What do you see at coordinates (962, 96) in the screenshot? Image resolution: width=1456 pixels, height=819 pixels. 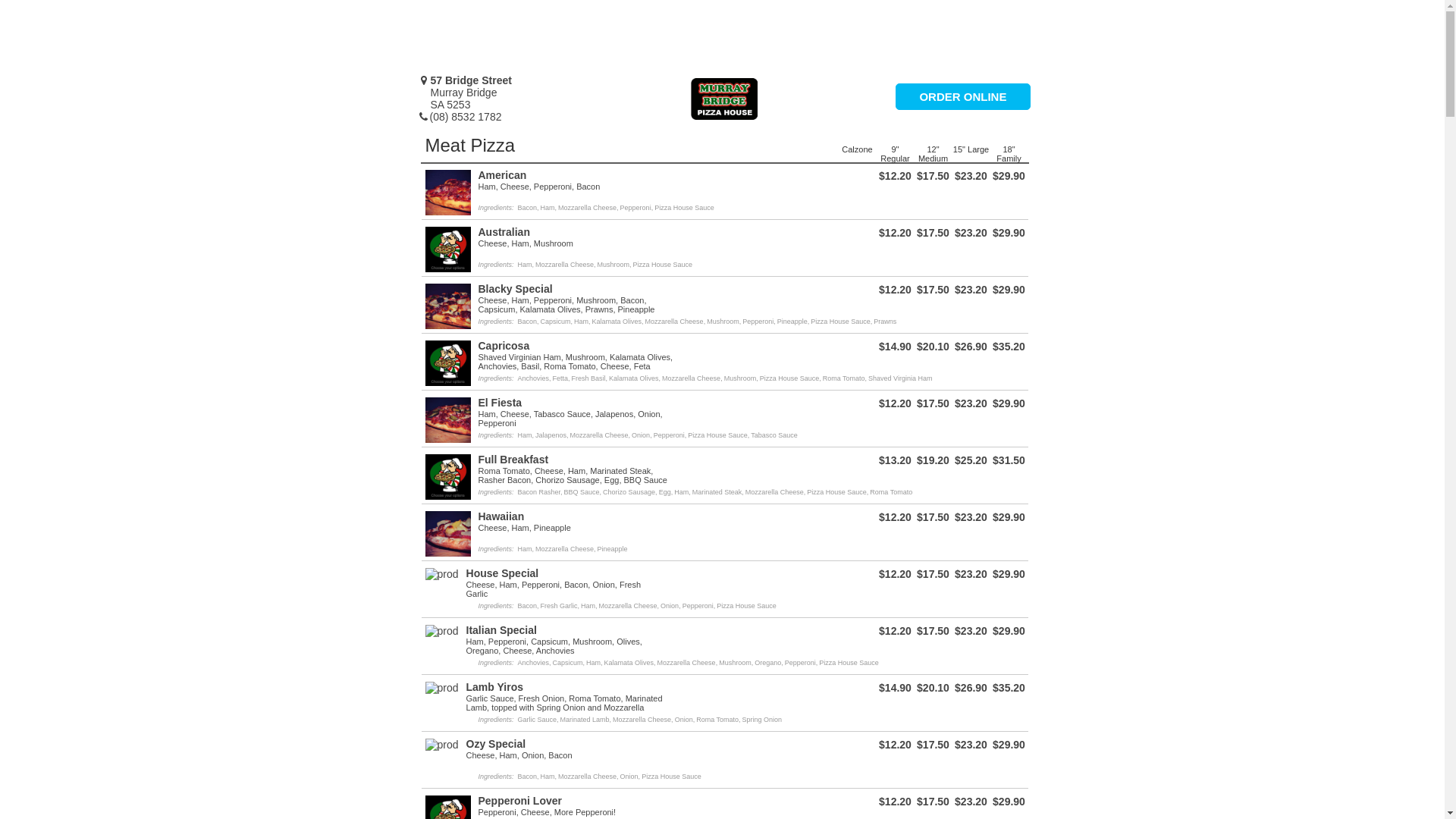 I see `'ORDER ONLINE'` at bounding box center [962, 96].